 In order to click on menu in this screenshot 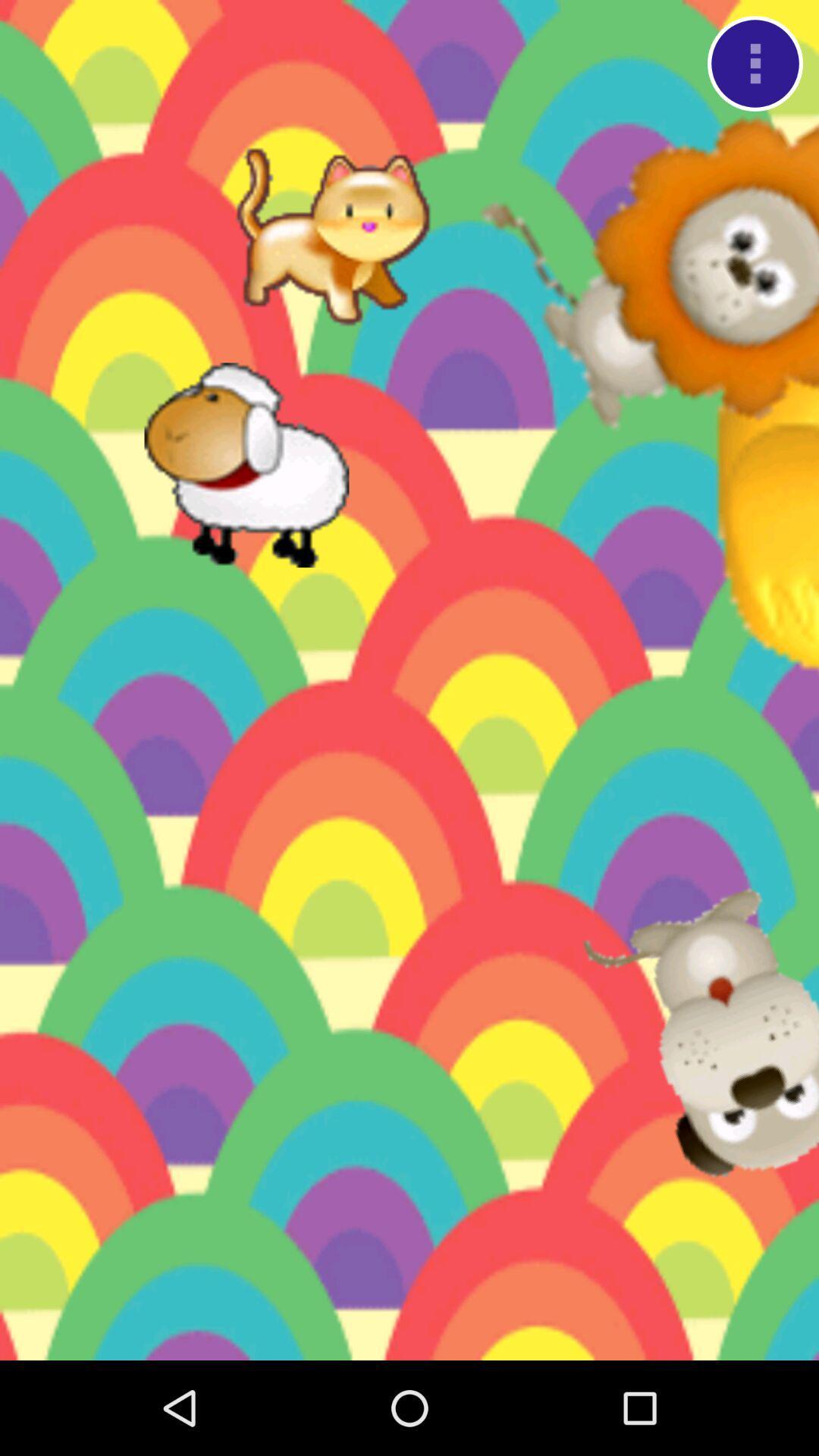, I will do `click(755, 63)`.